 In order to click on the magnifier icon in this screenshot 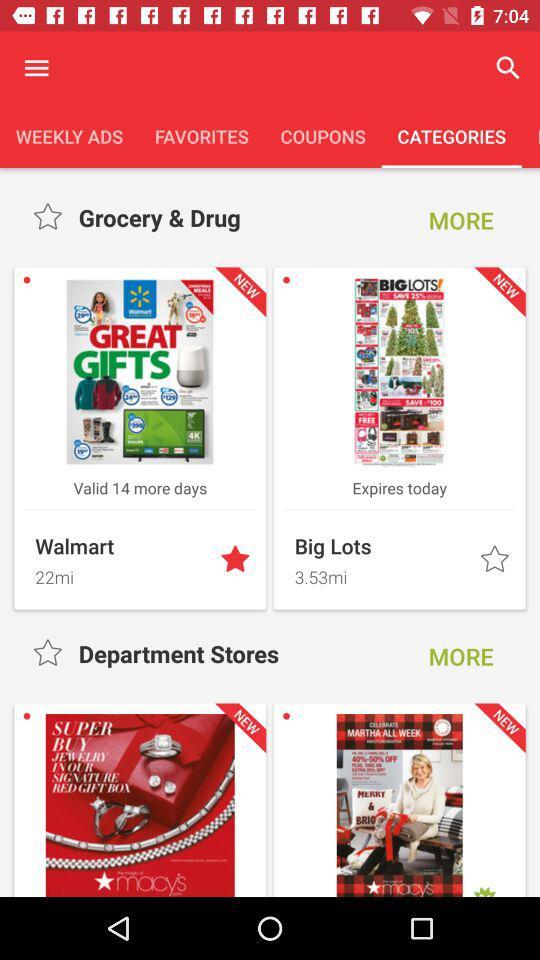, I will do `click(508, 68)`.